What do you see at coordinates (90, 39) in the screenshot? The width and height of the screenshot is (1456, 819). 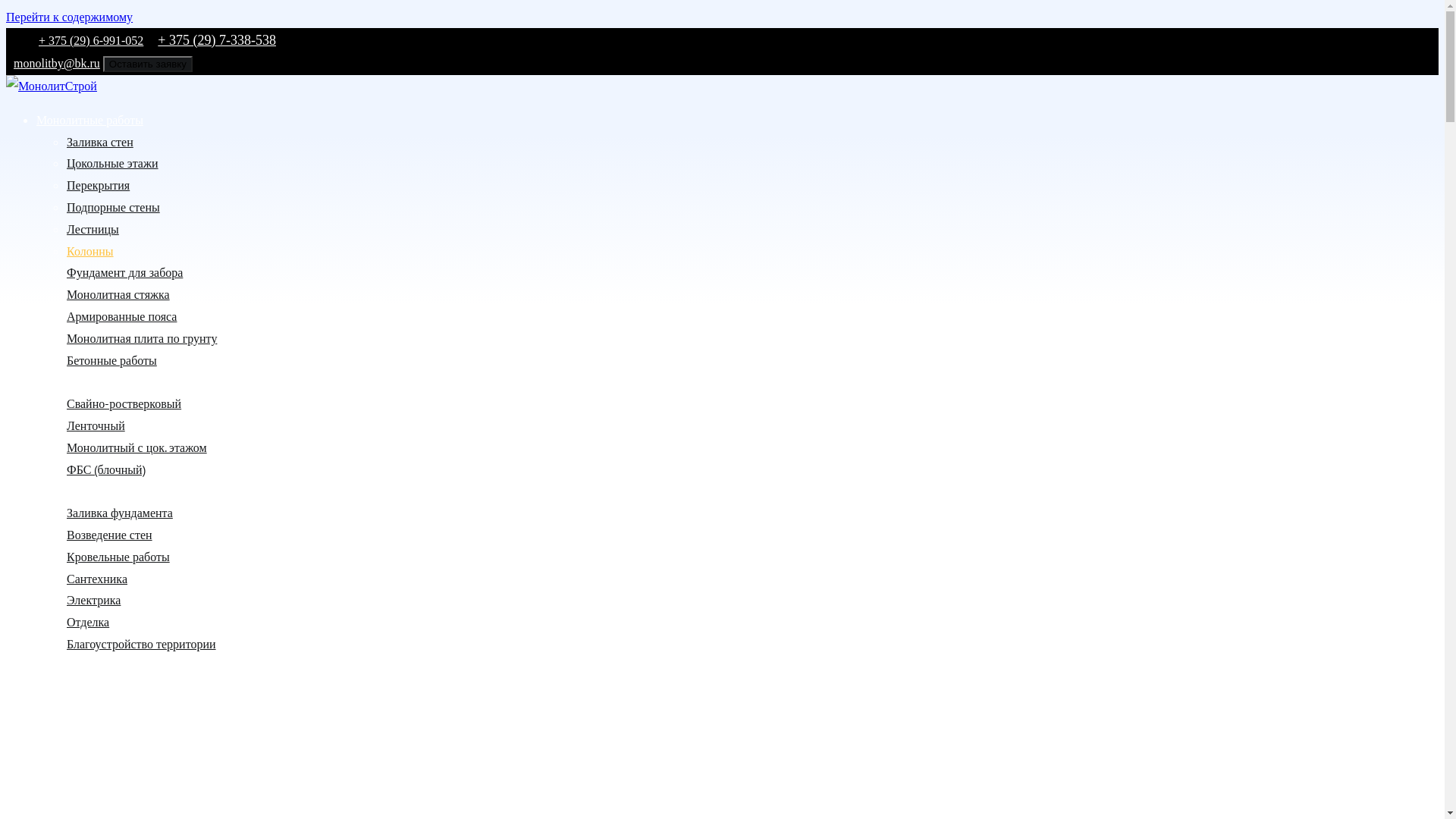 I see `'+ 375 (29) 6-991-052'` at bounding box center [90, 39].